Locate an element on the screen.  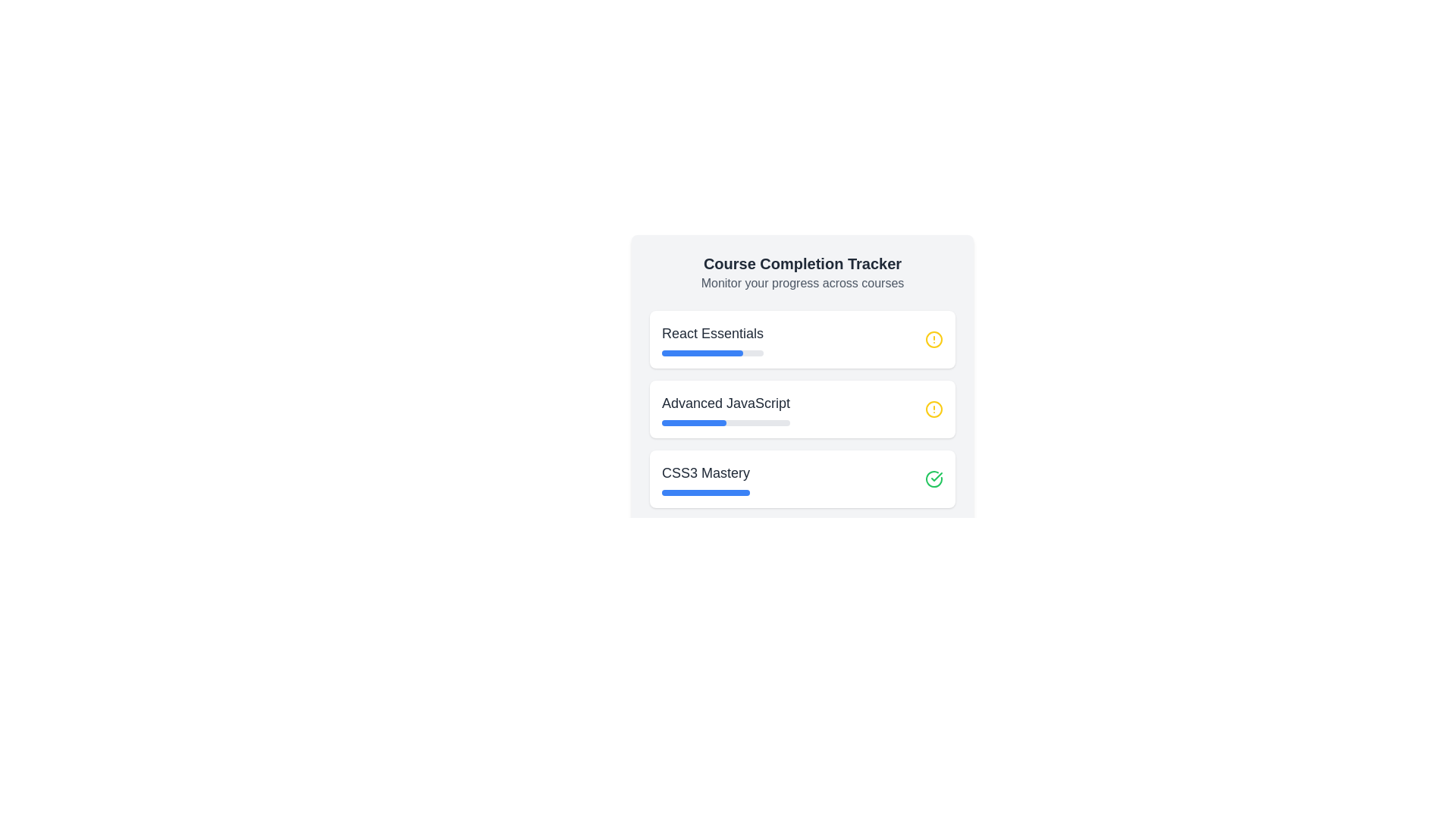
the Status indicator icon indicating the completed status of the course 'CSS3 Mastery' located at the right end of the row adjacent to the progress bar is located at coordinates (934, 479).